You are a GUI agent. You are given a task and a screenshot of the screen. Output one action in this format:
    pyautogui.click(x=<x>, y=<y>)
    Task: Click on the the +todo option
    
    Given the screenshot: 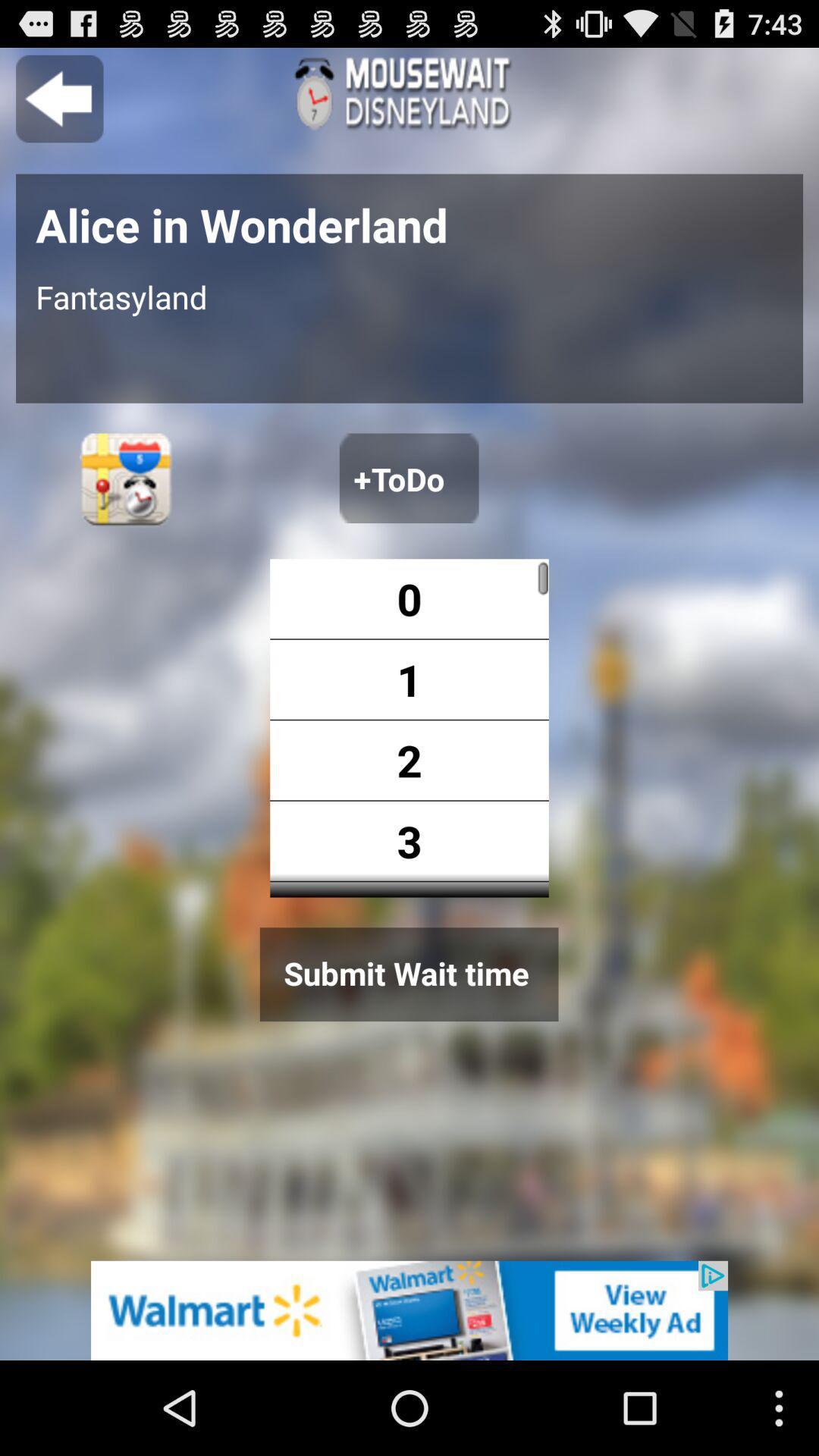 What is the action you would take?
    pyautogui.click(x=408, y=477)
    